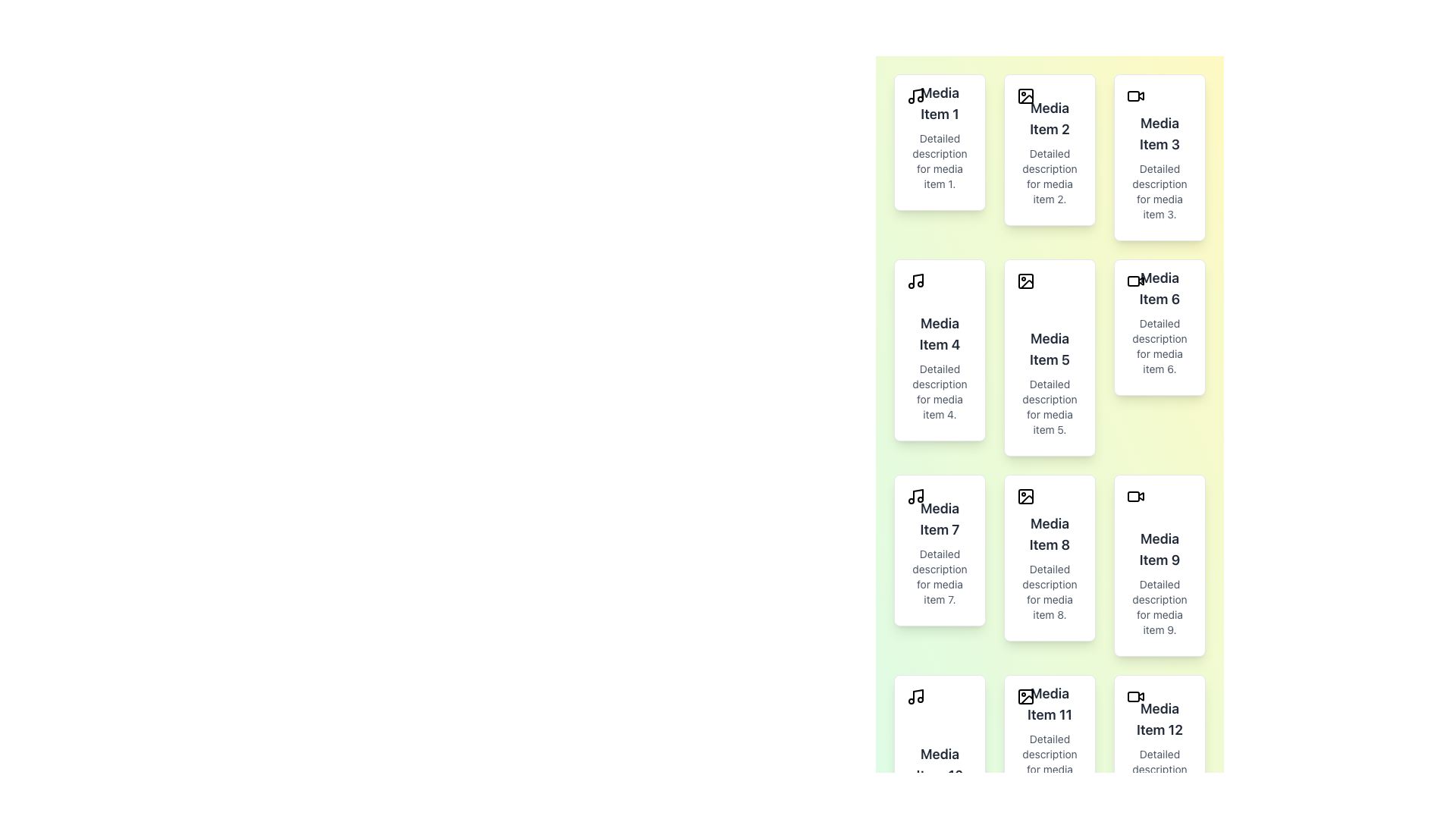 This screenshot has width=1456, height=819. What do you see at coordinates (1049, 762) in the screenshot?
I see `text block providing supplementary information for the media item labeled 'Media Item 11', located in the fourth row and second column of the grid layout` at bounding box center [1049, 762].